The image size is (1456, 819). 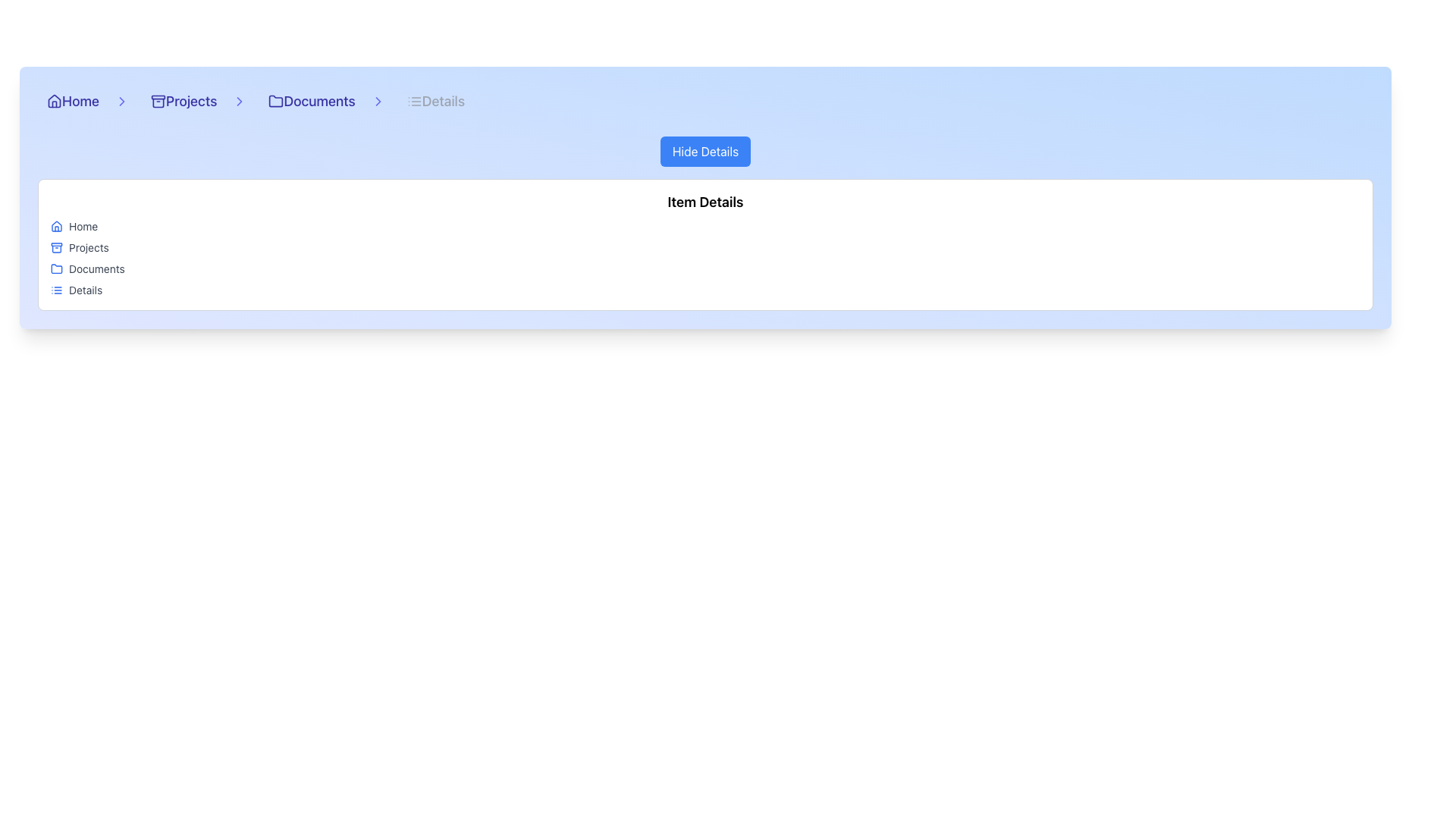 I want to click on the button located at the top center of the interface that toggles the visibility of additional information, to observe its hover effects, so click(x=704, y=152).